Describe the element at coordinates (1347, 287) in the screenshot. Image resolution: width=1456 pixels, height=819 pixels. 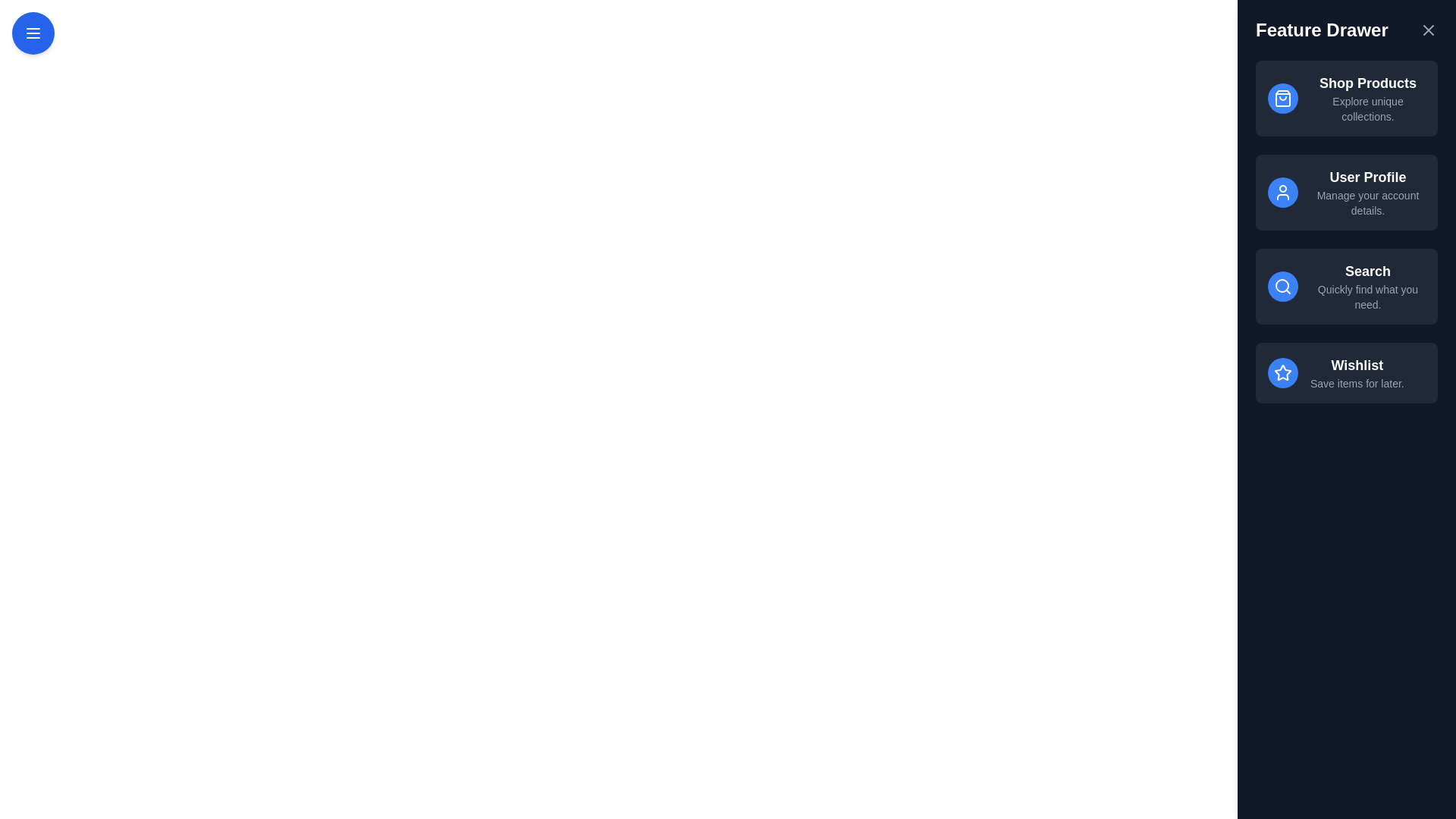
I see `the feature item corresponding to Search in the drawer` at that location.